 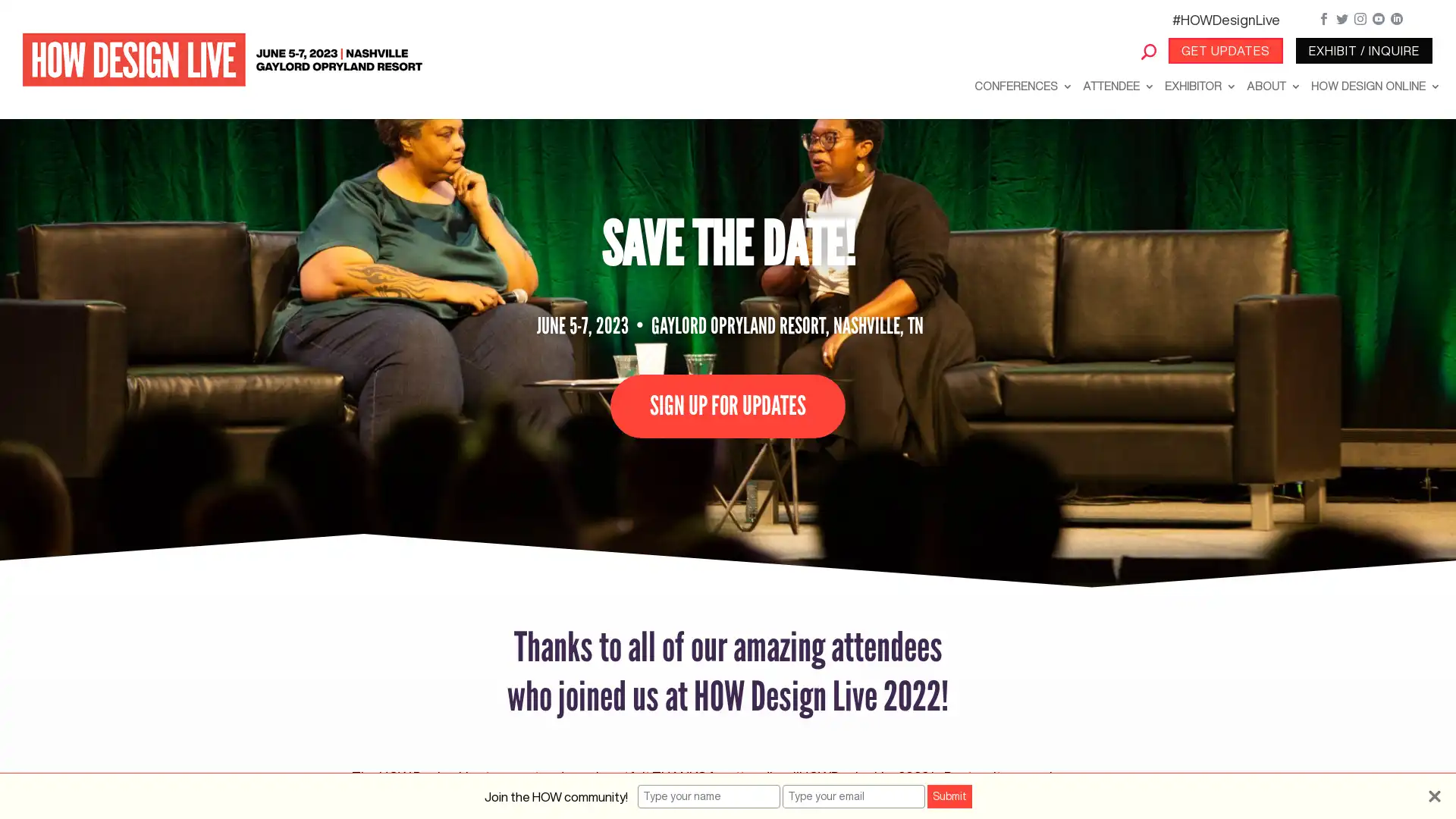 What do you see at coordinates (948, 795) in the screenshot?
I see `Submit` at bounding box center [948, 795].